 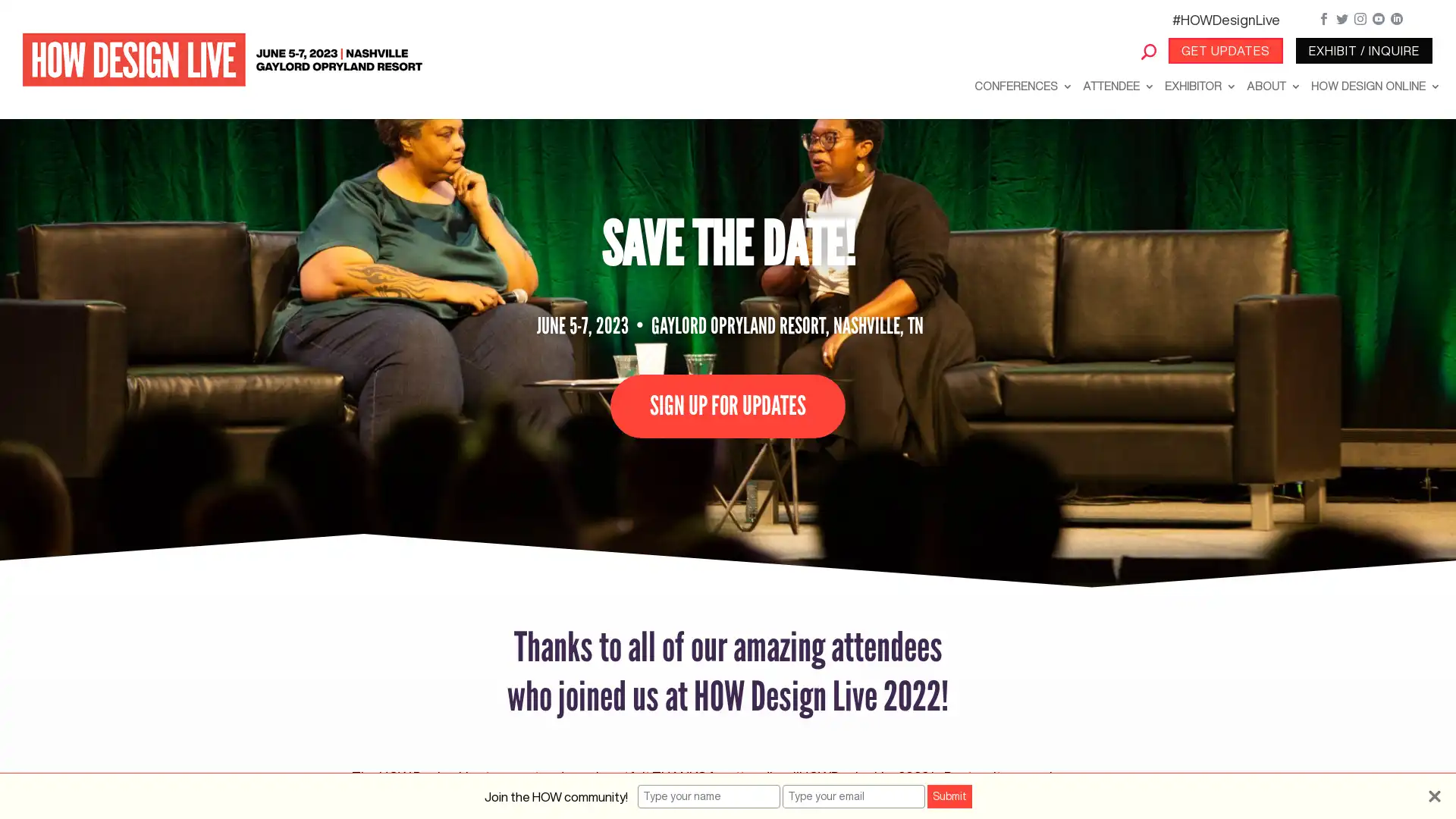 What do you see at coordinates (948, 795) in the screenshot?
I see `Submit` at bounding box center [948, 795].